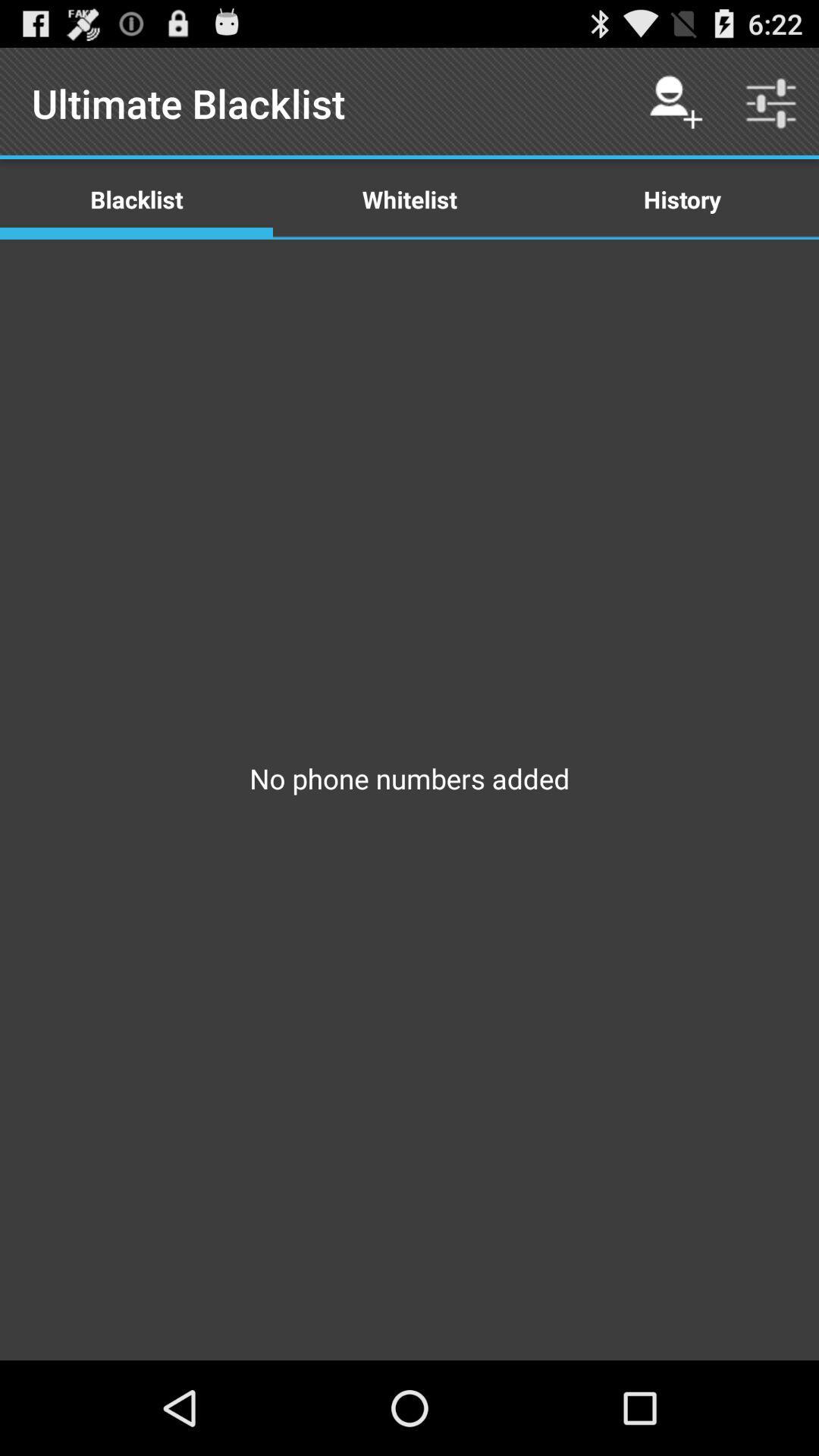 This screenshot has height=1456, width=819. Describe the element at coordinates (409, 198) in the screenshot. I see `icon next to blacklist icon` at that location.